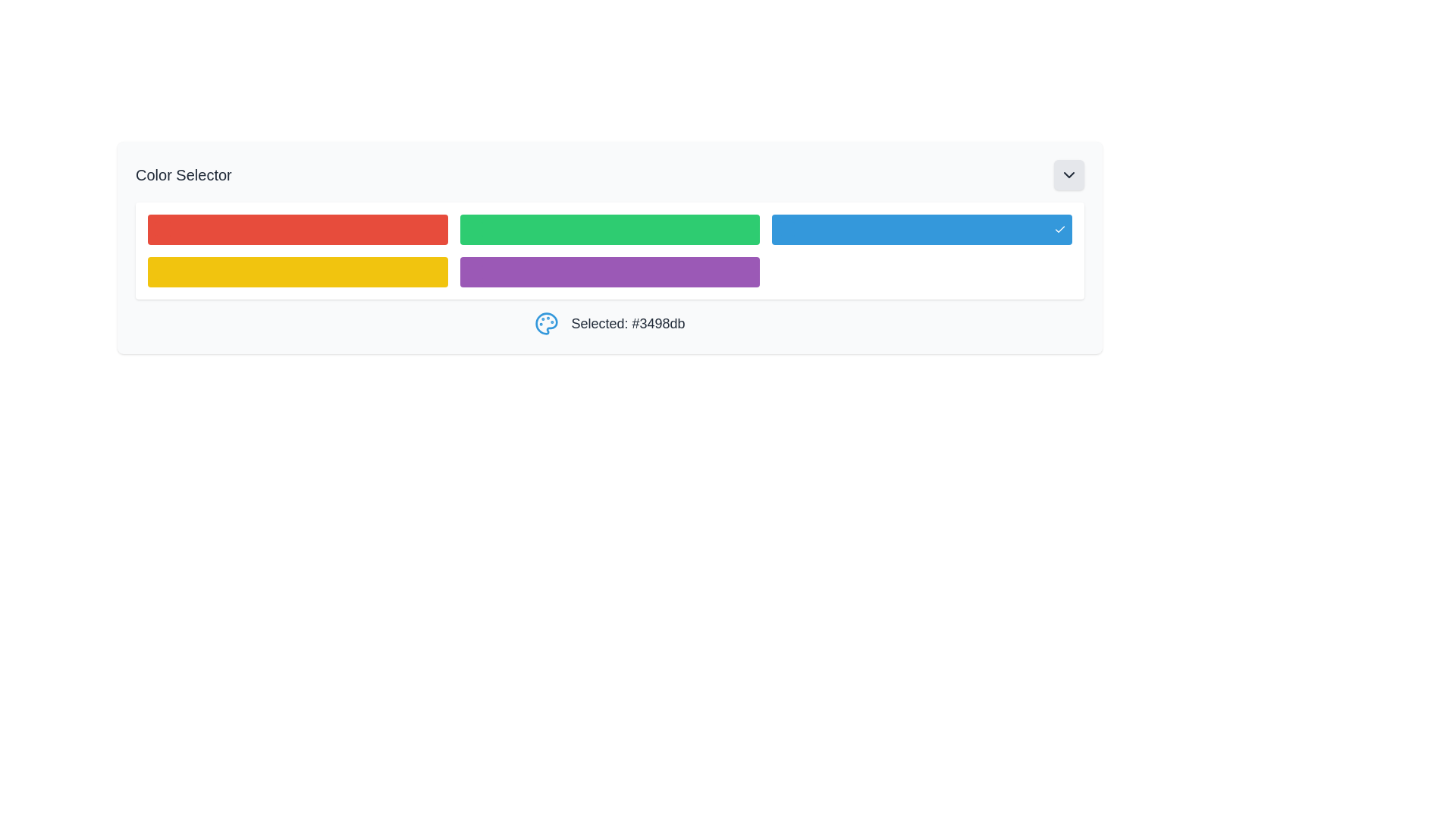 The width and height of the screenshot is (1456, 819). Describe the element at coordinates (787, 230) in the screenshot. I see `the color change of the icon positioned within the blue button in the color selector section upon hovering` at that location.